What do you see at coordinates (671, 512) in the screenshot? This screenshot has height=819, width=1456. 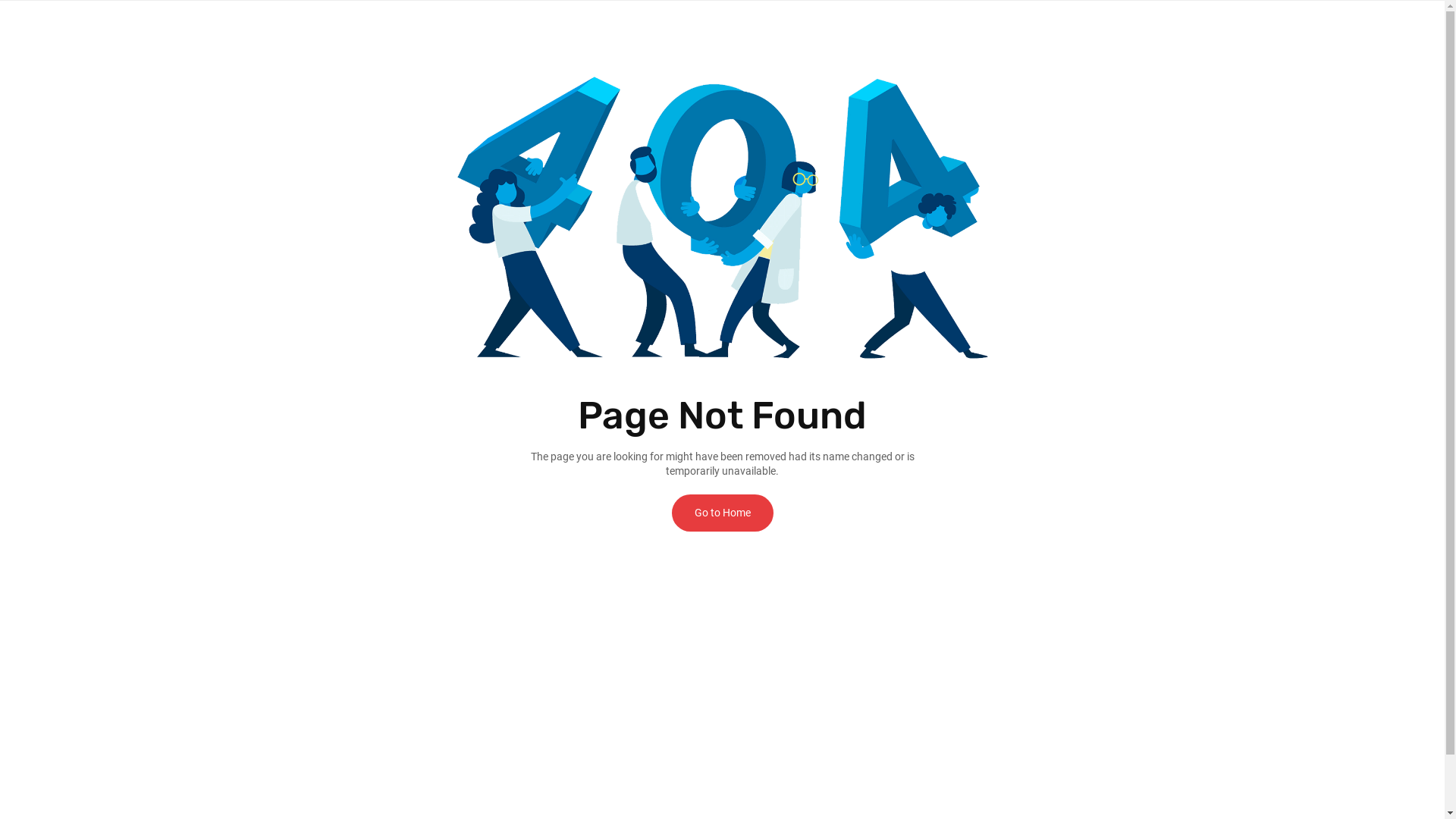 I see `'Go to Home'` at bounding box center [671, 512].